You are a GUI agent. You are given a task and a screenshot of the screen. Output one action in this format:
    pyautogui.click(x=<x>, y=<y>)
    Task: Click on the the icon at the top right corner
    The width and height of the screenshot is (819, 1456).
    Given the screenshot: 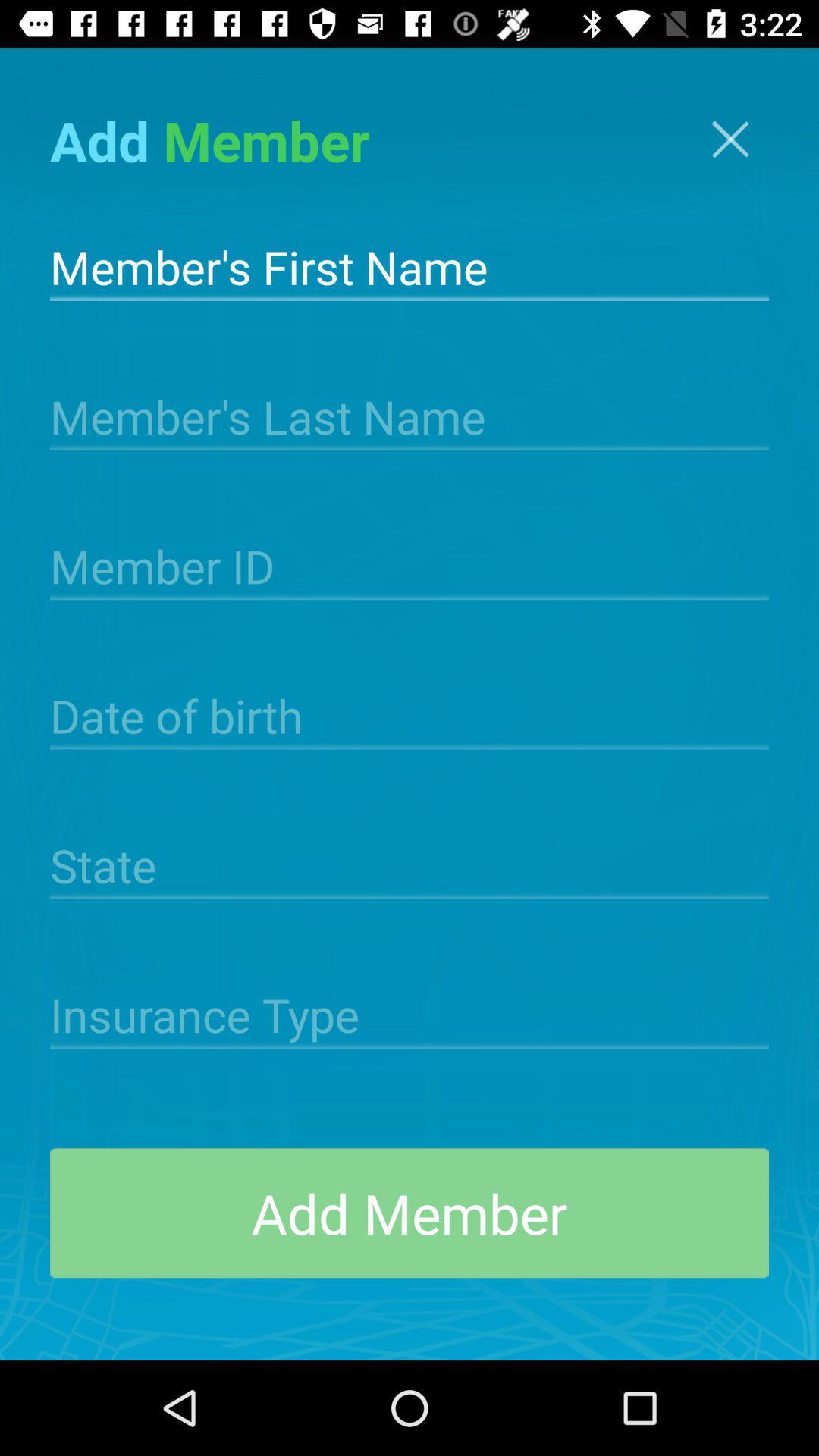 What is the action you would take?
    pyautogui.click(x=730, y=139)
    